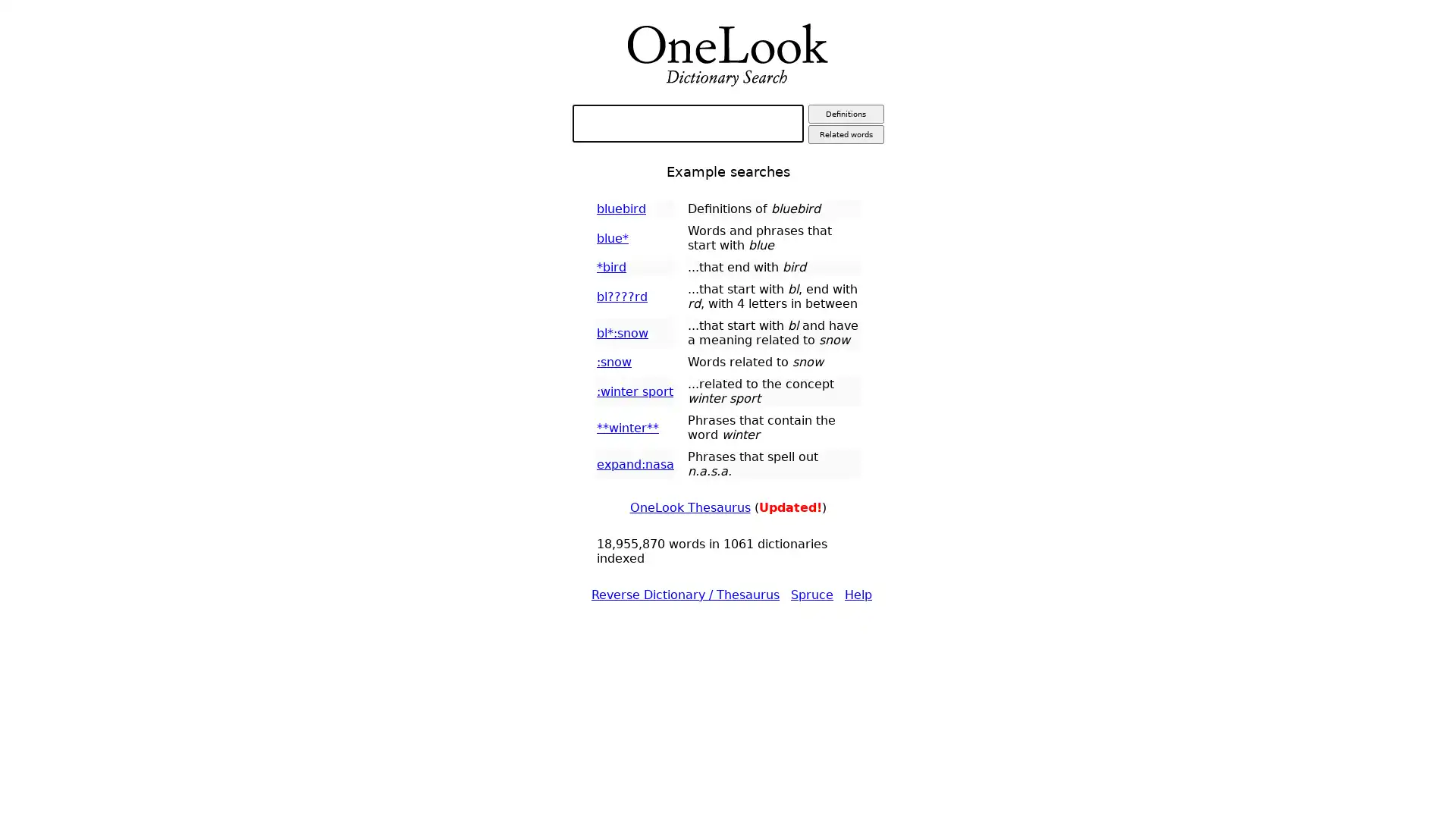 The height and width of the screenshot is (819, 1456). Describe the element at coordinates (844, 113) in the screenshot. I see `Definitions` at that location.